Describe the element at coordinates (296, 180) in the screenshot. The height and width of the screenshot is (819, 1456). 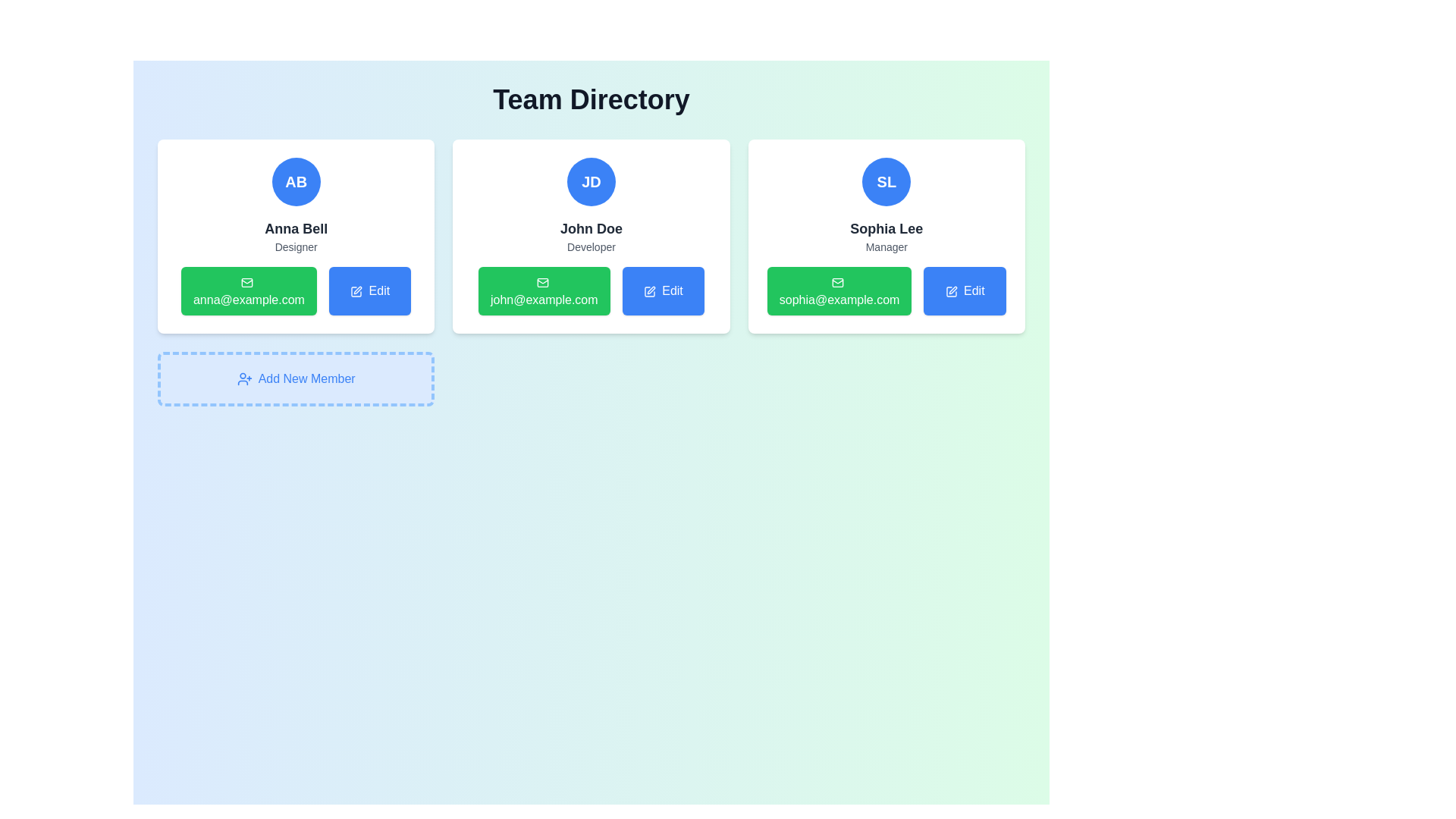
I see `the circular badge with a blue background and white 'AB' text representing Anna Bell in the team directory layout` at that location.